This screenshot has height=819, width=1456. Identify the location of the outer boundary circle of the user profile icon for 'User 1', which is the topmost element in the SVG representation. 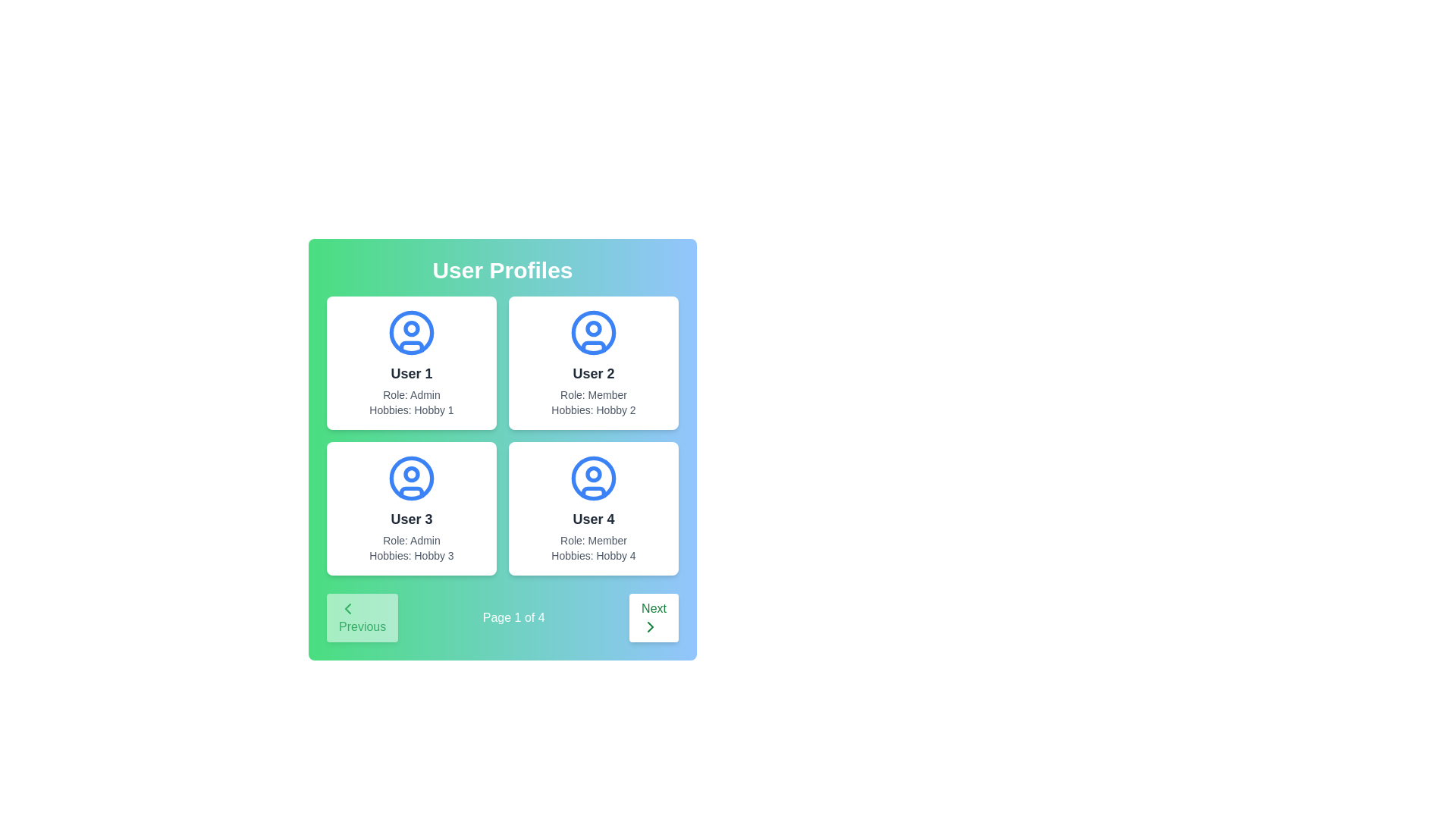
(411, 332).